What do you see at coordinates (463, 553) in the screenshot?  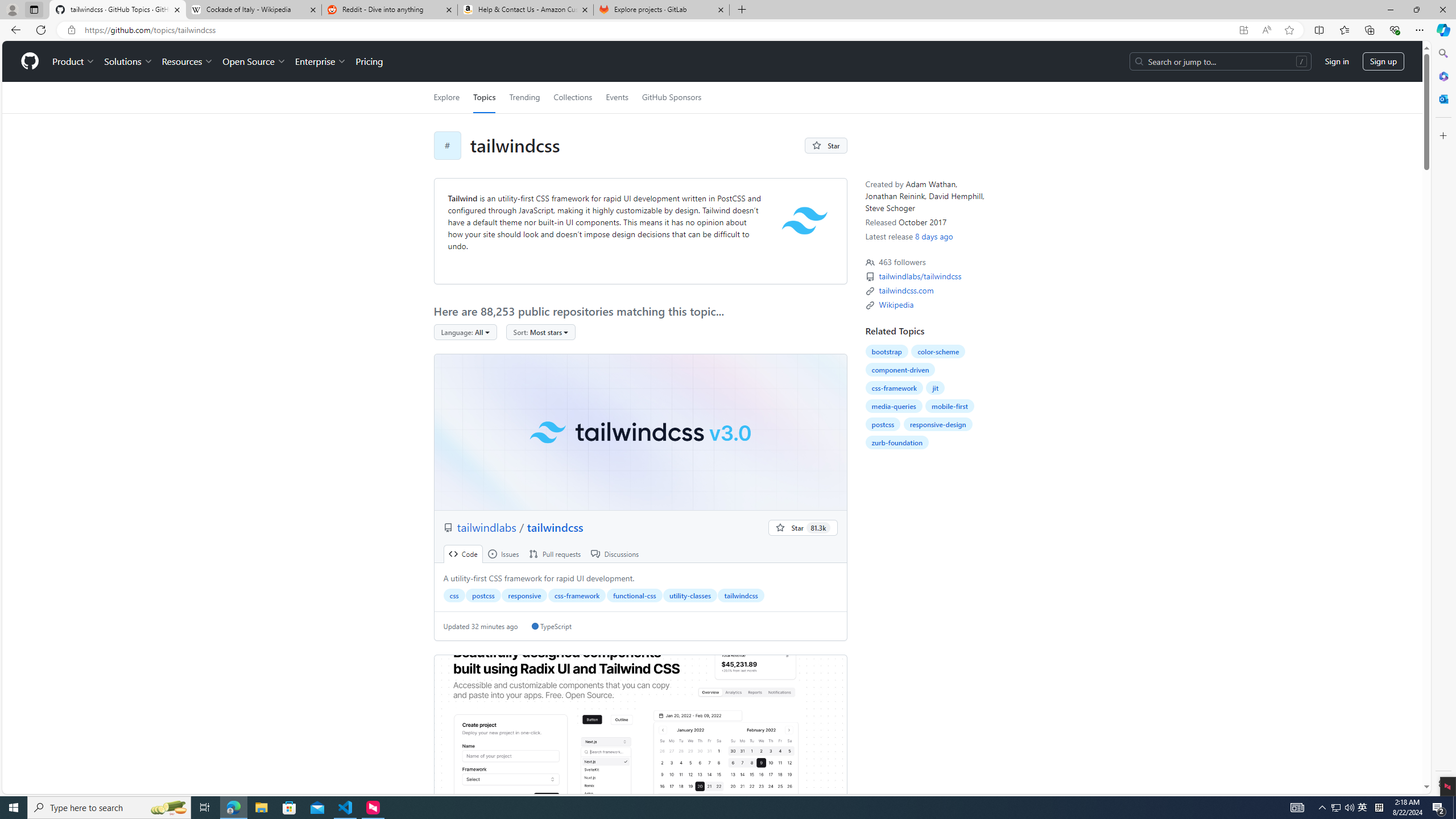 I see `' Code'` at bounding box center [463, 553].